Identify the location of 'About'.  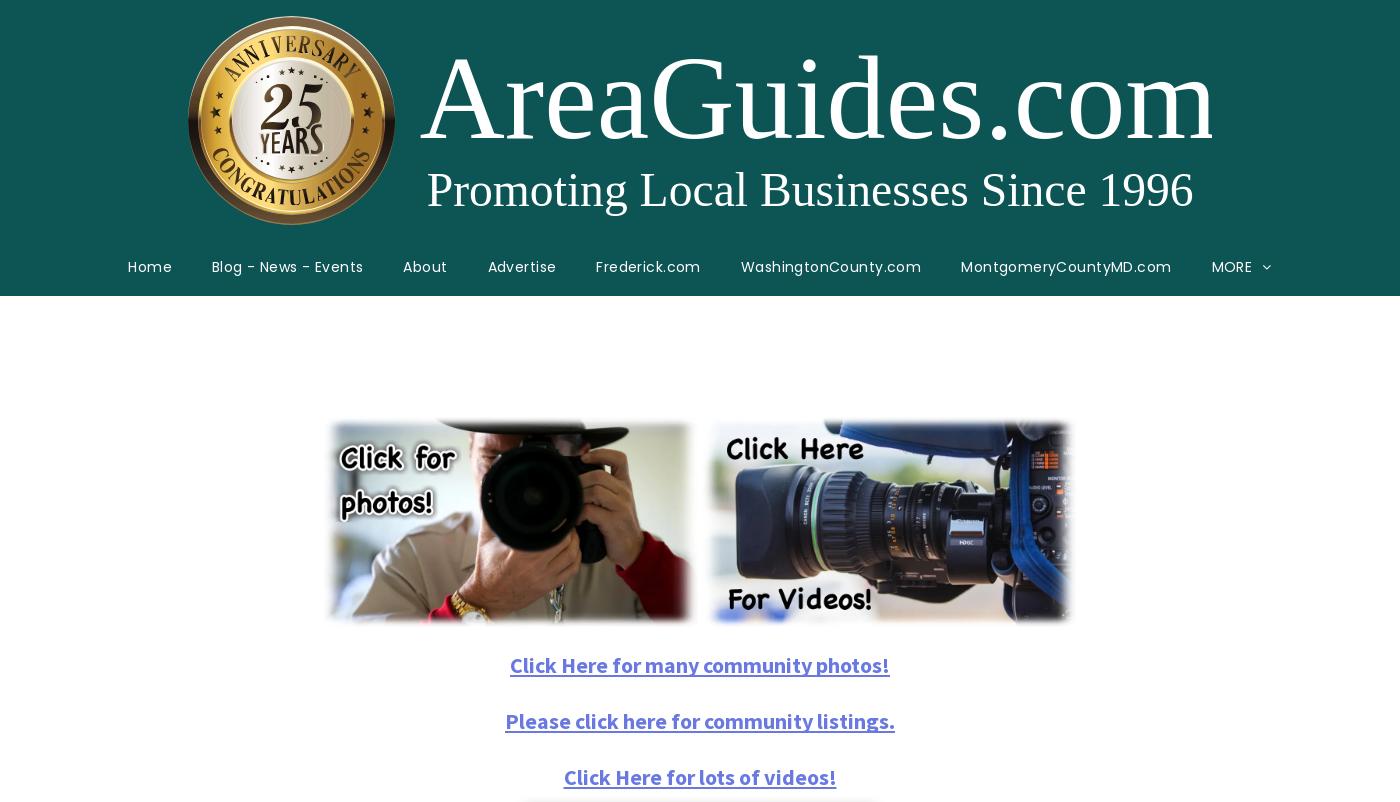
(424, 266).